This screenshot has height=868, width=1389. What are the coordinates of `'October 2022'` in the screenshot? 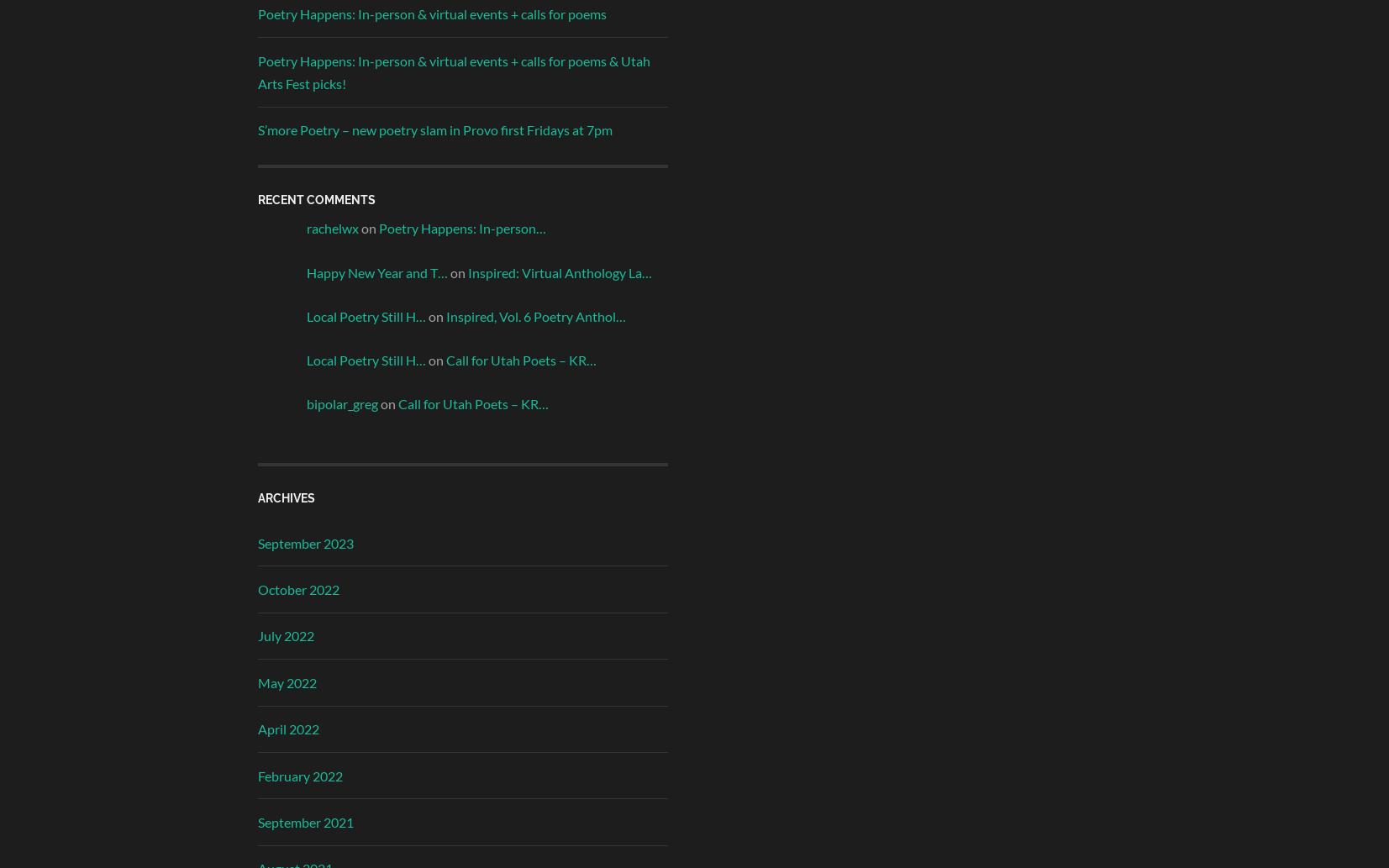 It's located at (297, 589).